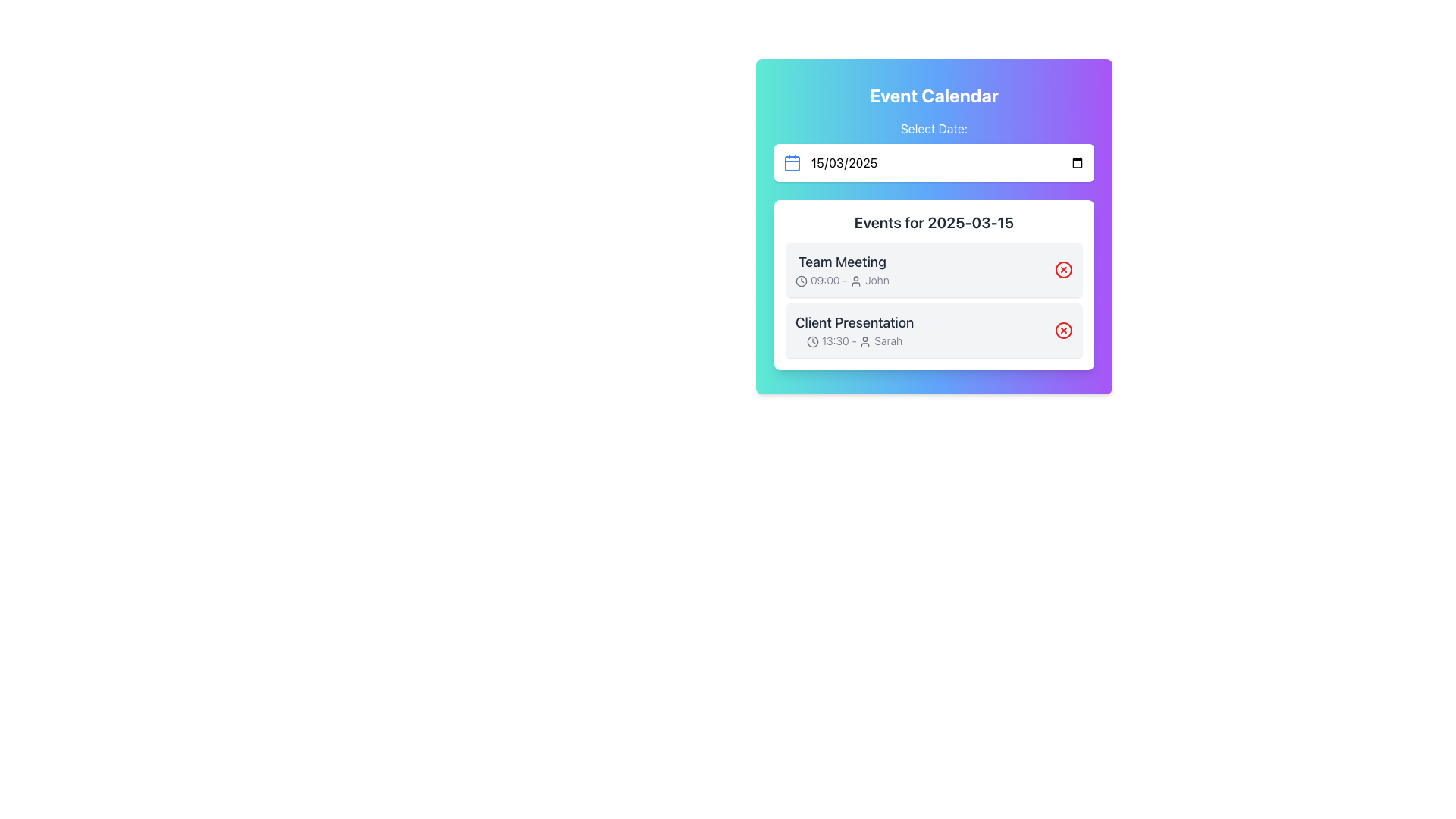 This screenshot has height=819, width=1456. Describe the element at coordinates (792, 163) in the screenshot. I see `the calendar icon representing the date selection feature, positioned to the left of the date input field` at that location.